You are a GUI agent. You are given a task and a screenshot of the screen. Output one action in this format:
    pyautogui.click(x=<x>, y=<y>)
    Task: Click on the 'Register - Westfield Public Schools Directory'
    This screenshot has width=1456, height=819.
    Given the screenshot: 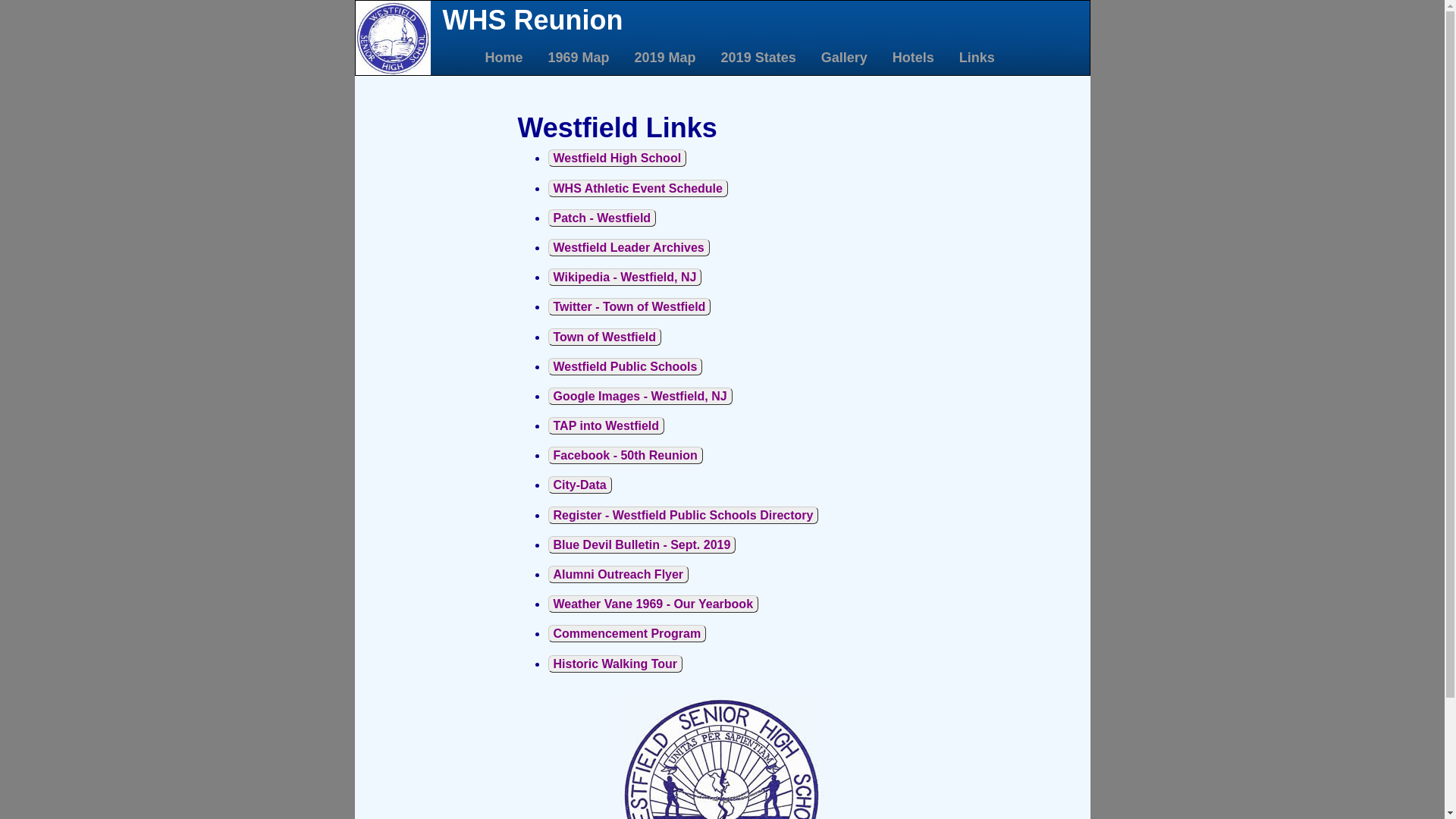 What is the action you would take?
    pyautogui.click(x=682, y=514)
    